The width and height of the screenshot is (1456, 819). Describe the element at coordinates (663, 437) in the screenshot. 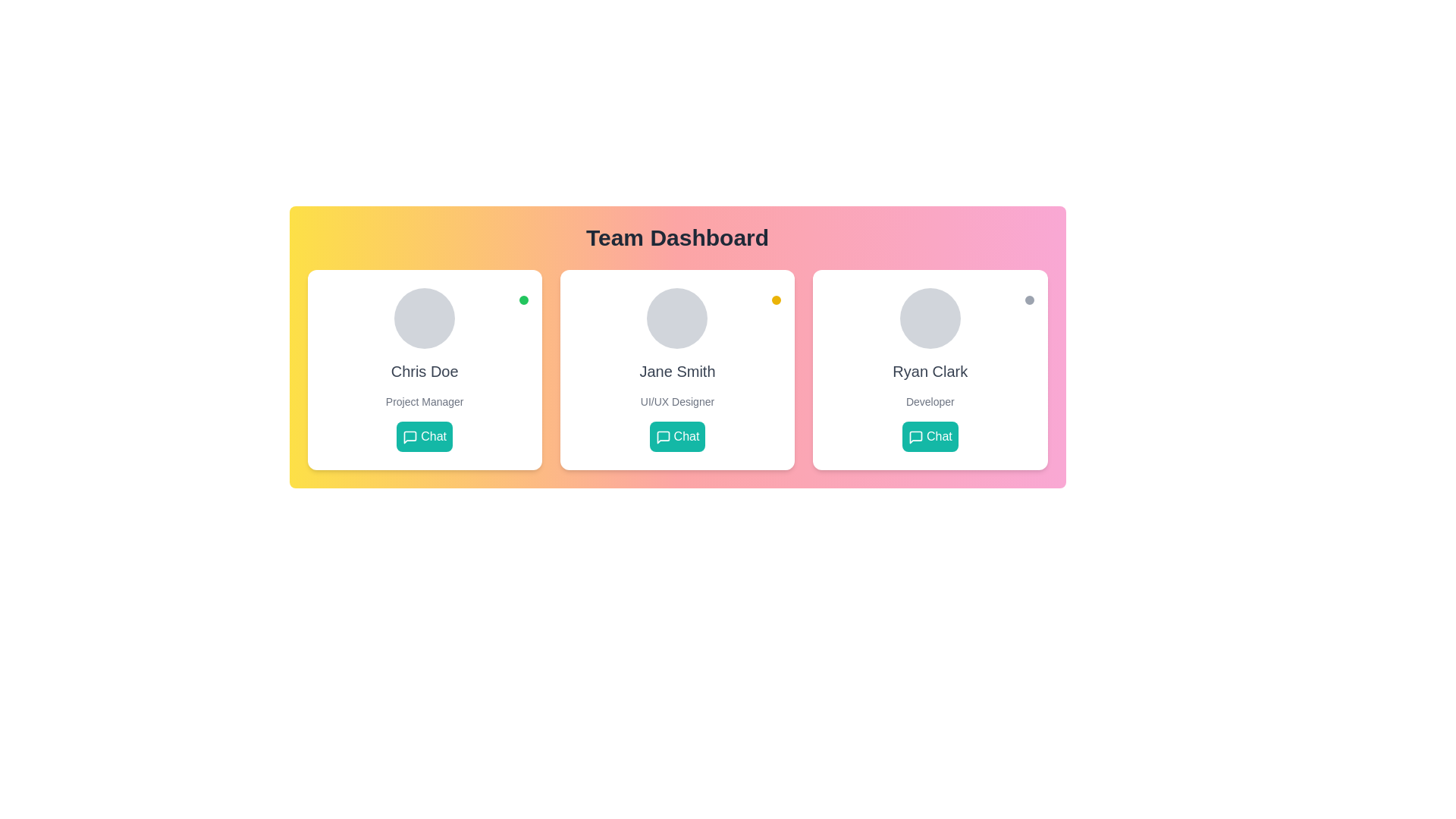

I see `the 'Chat' button which features a teal speech bubble icon, located at the bottom of Jane Smith's card in the Team Dashboard interface` at that location.